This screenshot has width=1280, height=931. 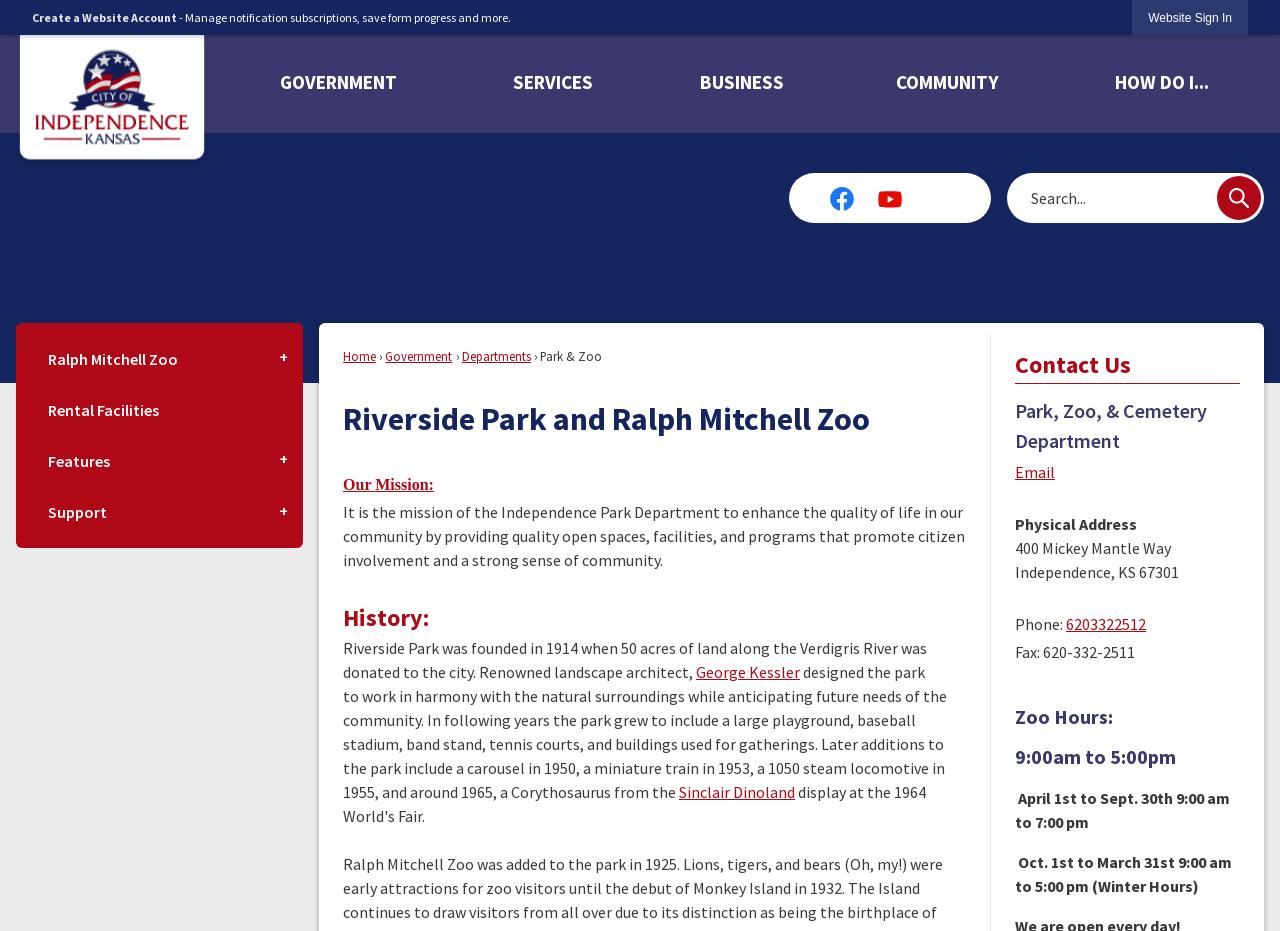 What do you see at coordinates (112, 357) in the screenshot?
I see `'Ralph Mitchell Zoo'` at bounding box center [112, 357].